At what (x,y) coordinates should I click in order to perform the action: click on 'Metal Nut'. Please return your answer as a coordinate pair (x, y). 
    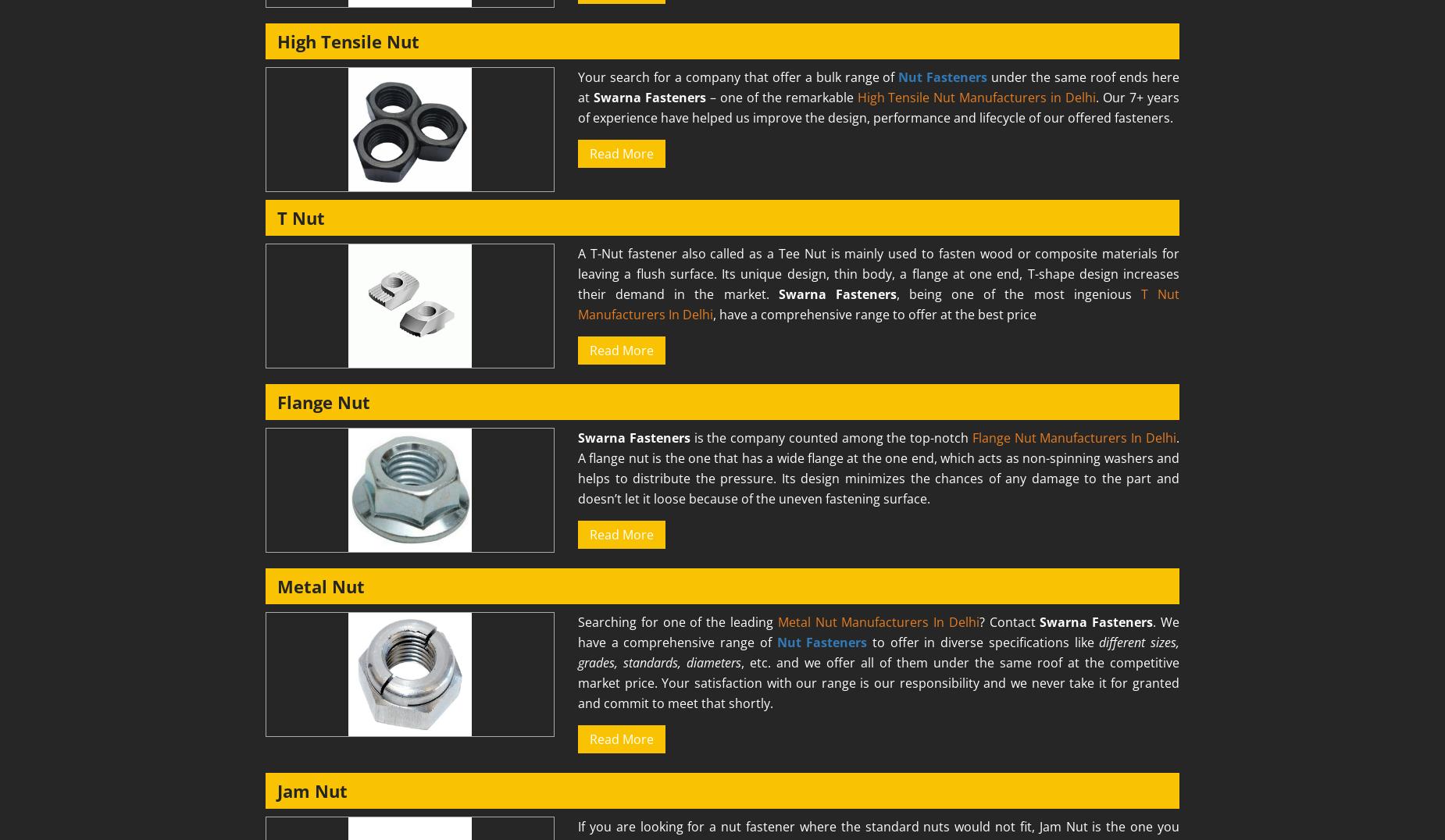
    Looking at the image, I should click on (320, 586).